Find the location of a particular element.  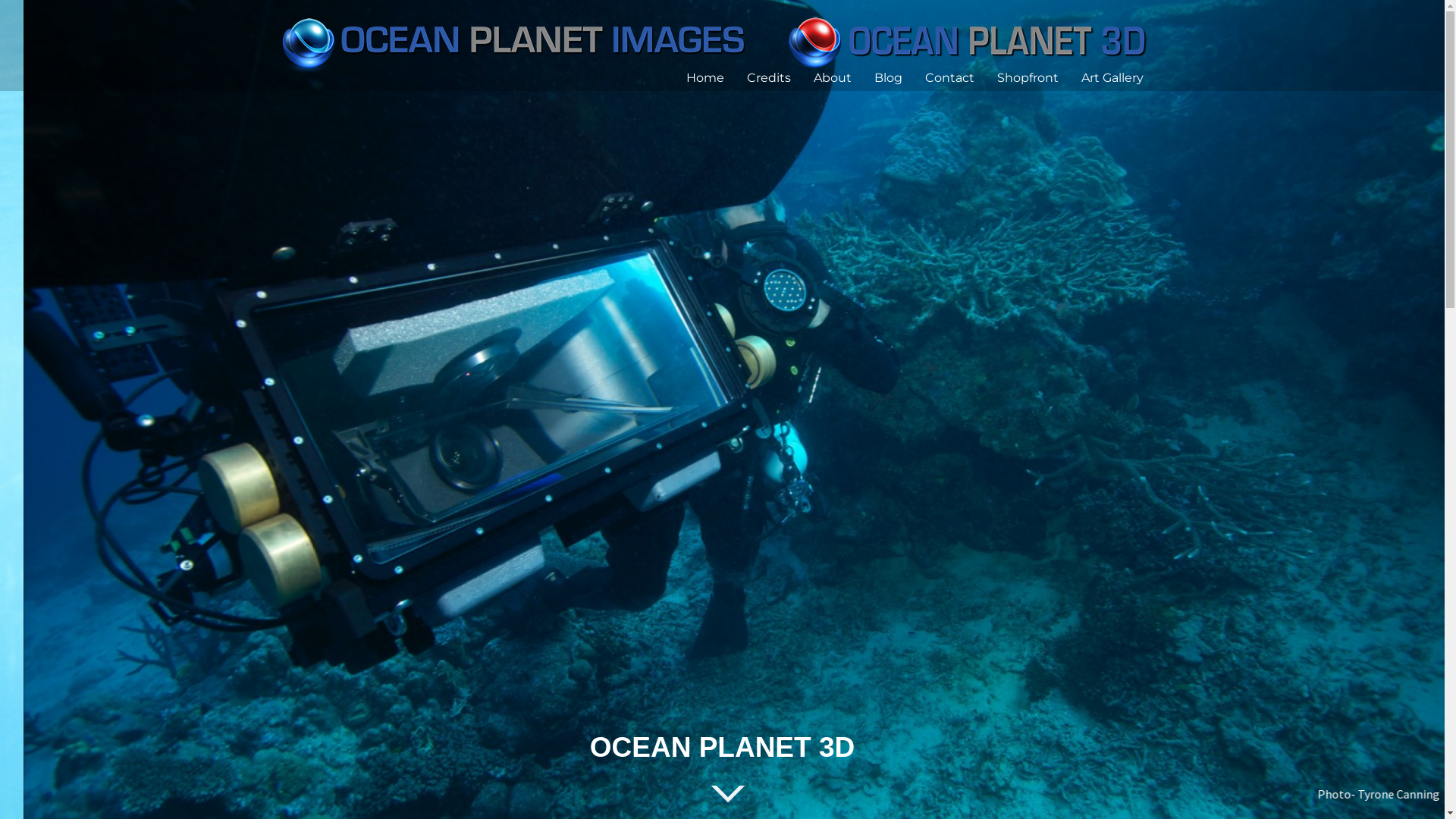

'Shopfront' is located at coordinates (1027, 77).